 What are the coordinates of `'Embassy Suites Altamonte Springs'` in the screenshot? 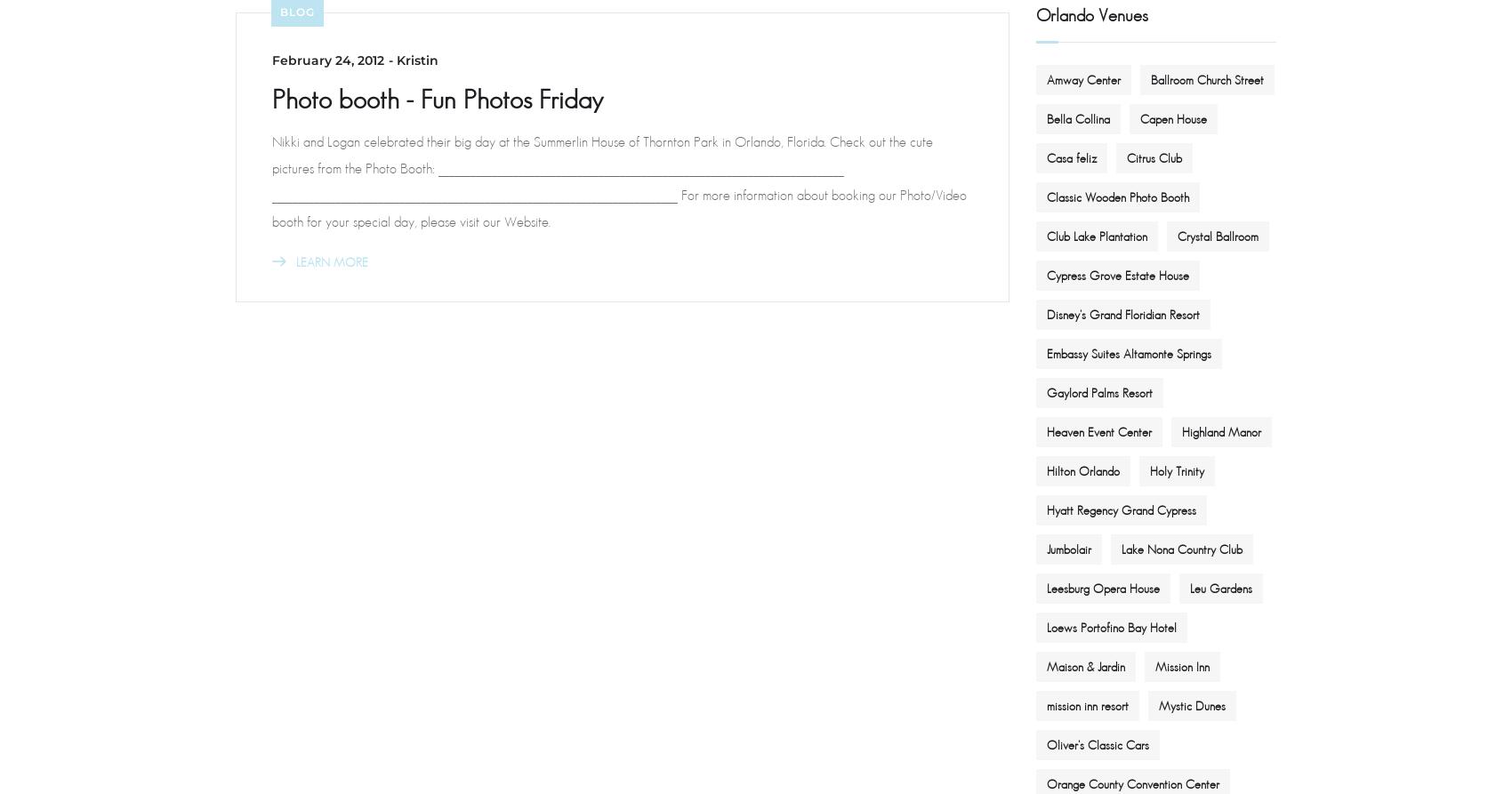 It's located at (1128, 353).